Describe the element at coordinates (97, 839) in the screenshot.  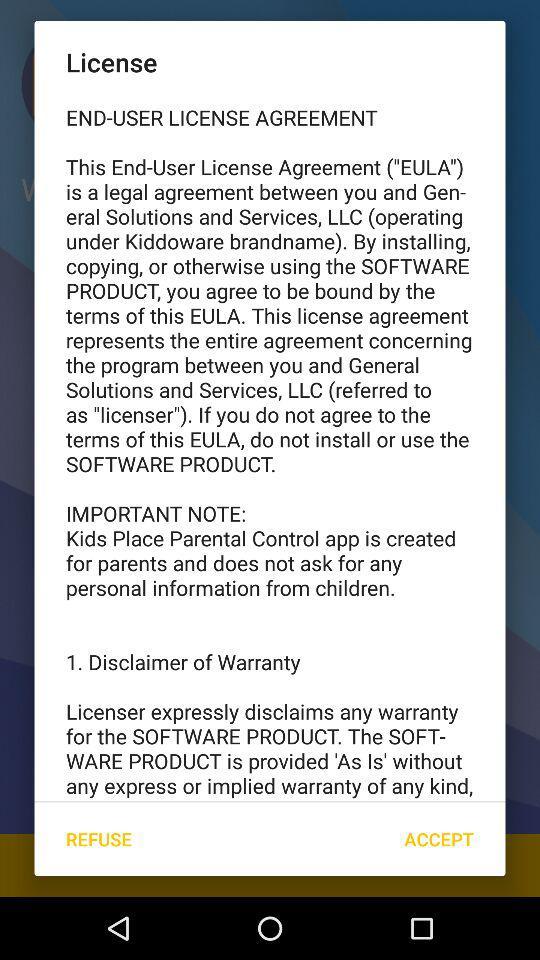
I see `the refuse icon` at that location.